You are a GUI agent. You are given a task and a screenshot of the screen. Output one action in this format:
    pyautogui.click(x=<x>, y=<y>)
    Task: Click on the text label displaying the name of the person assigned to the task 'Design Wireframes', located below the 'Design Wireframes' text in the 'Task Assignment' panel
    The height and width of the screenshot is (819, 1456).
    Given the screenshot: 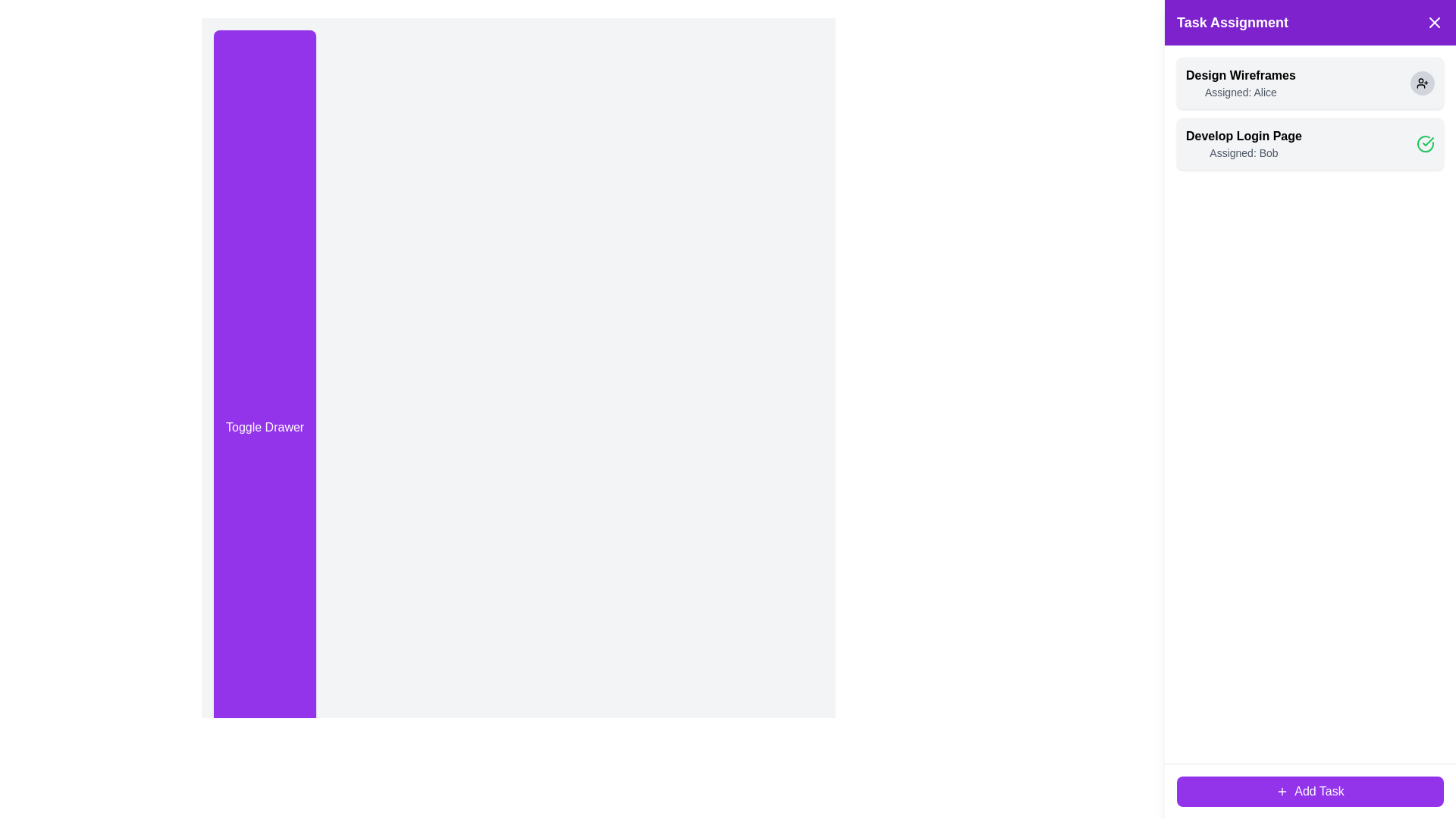 What is the action you would take?
    pyautogui.click(x=1241, y=93)
    